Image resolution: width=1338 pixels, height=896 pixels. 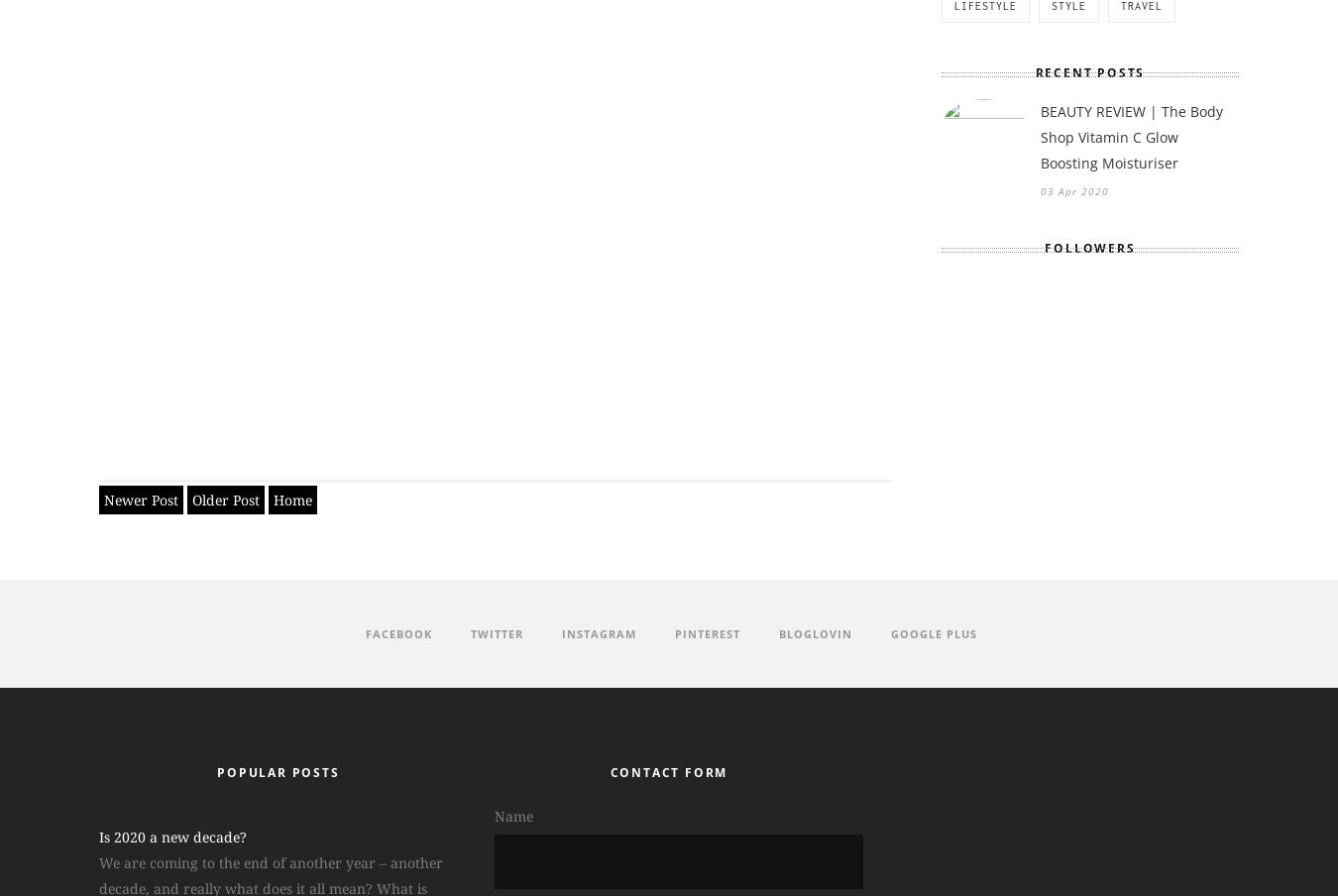 I want to click on 'Older Post', so click(x=191, y=498).